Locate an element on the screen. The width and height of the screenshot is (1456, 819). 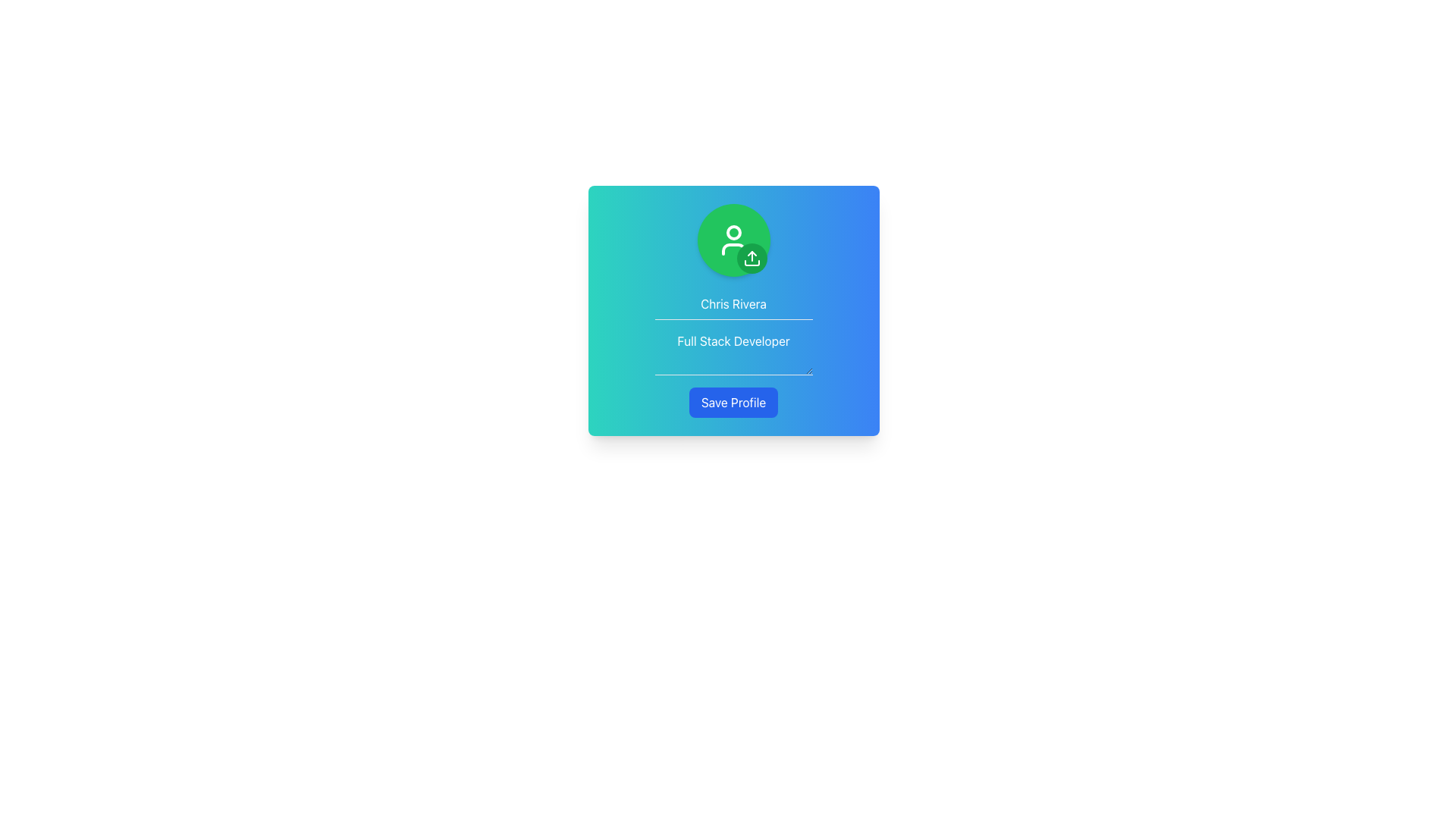
the save button located centrally below the 'Full Stack Developer' text field is located at coordinates (733, 402).